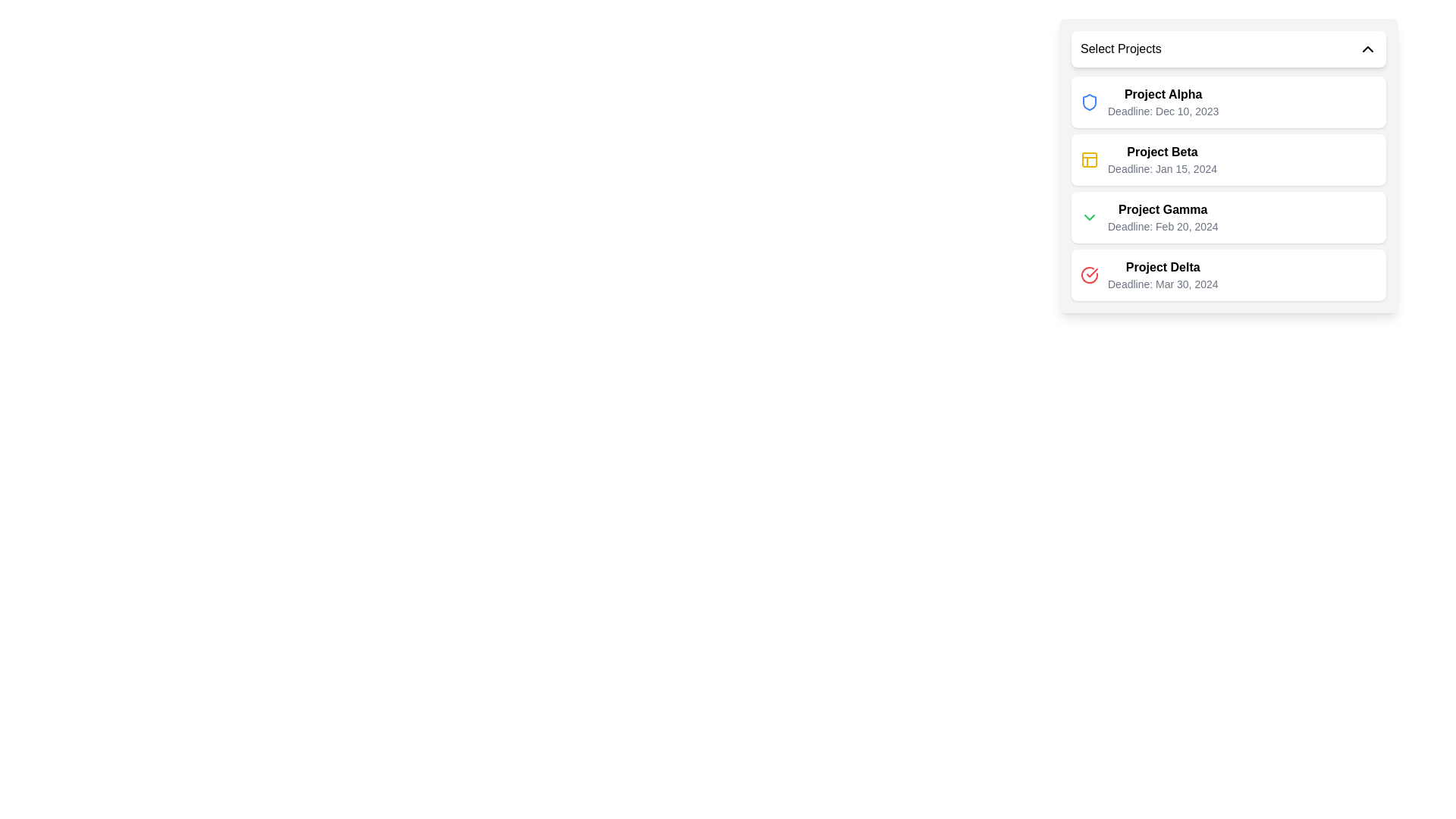 This screenshot has width=1456, height=819. Describe the element at coordinates (1228, 217) in the screenshot. I see `the third selectable project list item titled with deadline information, located under 'Select Projects', positioned between 'Project Beta' and 'Project Delta'` at that location.